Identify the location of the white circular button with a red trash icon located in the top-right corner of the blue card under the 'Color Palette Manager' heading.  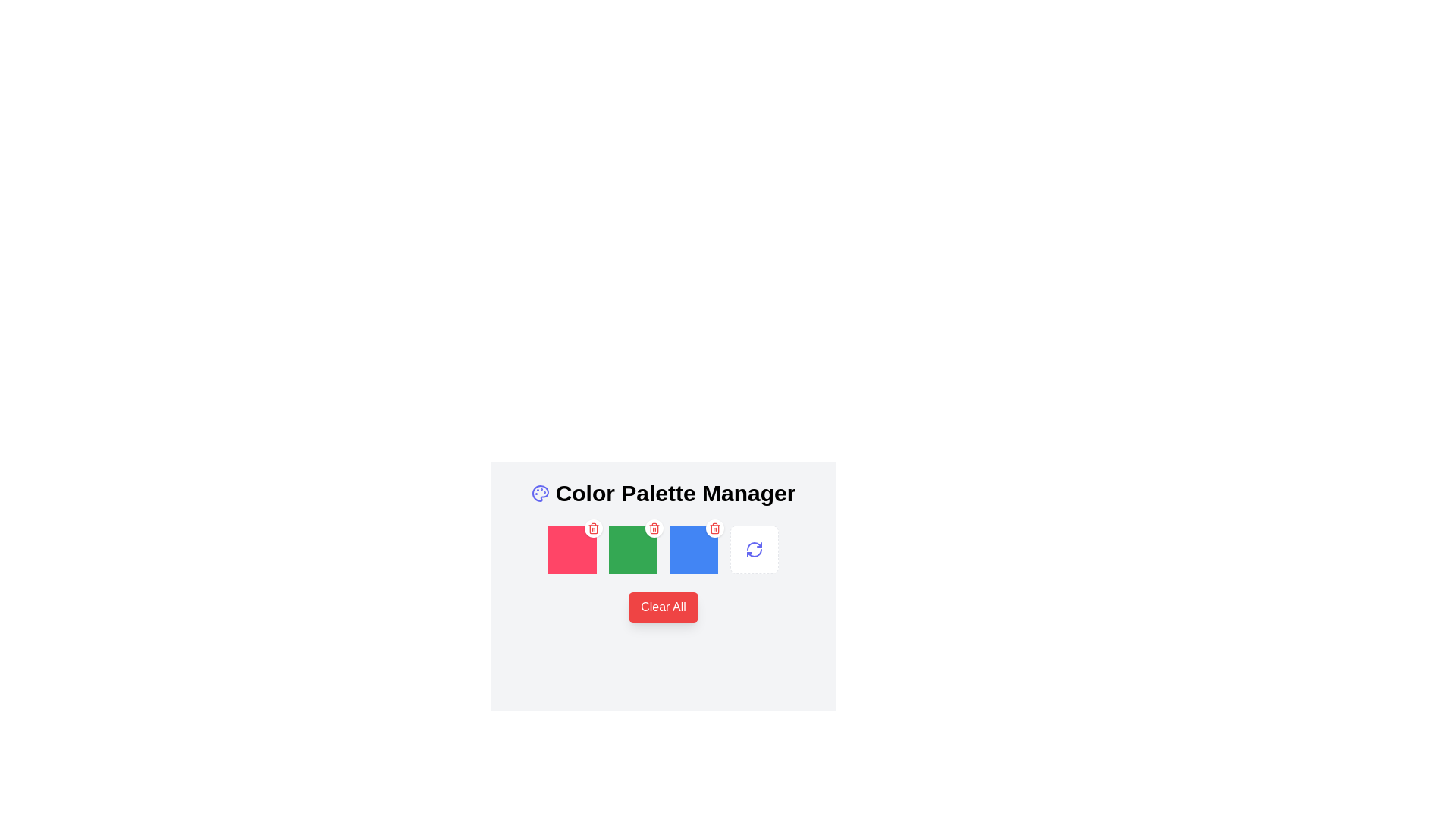
(714, 528).